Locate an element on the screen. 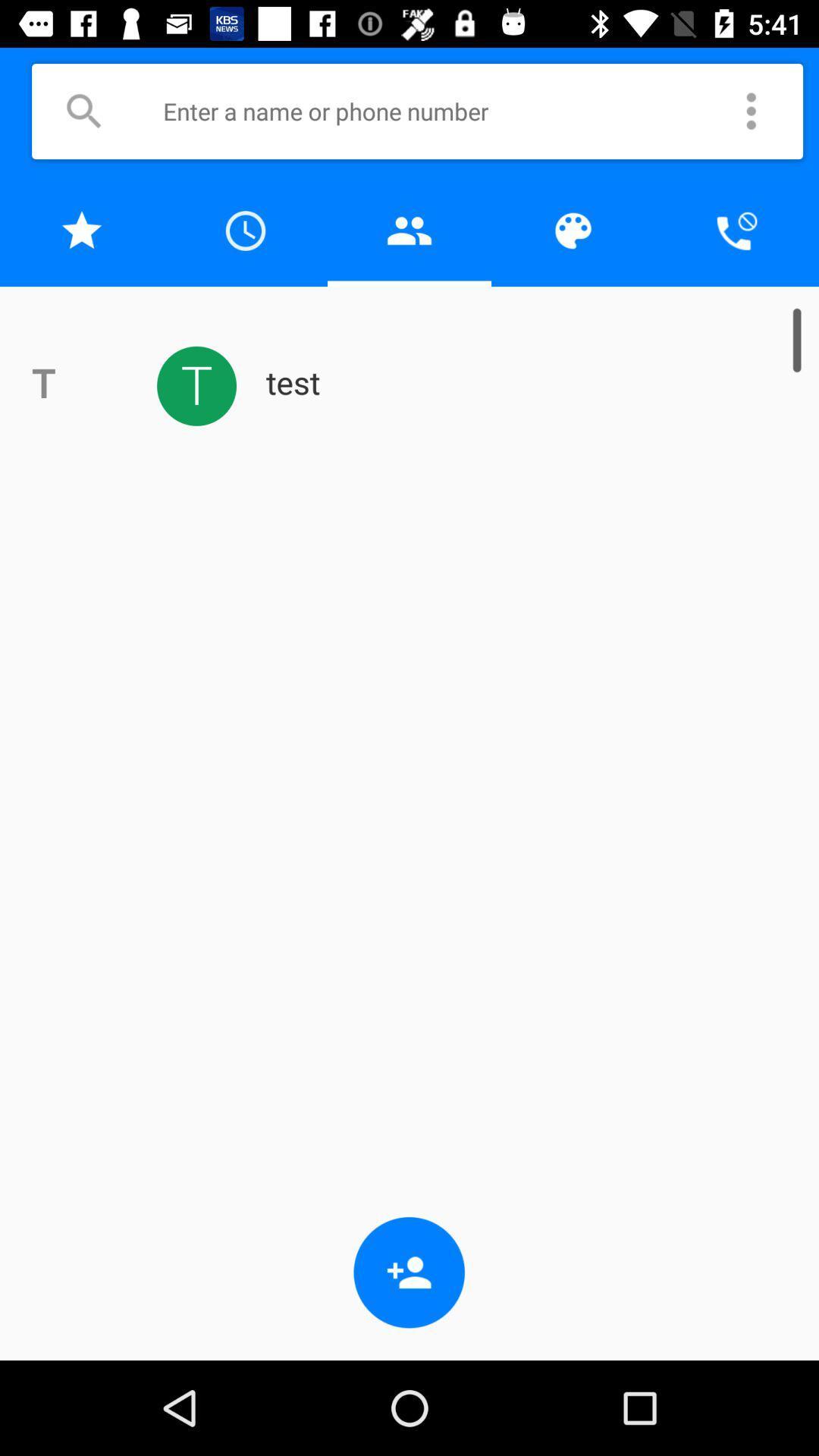 The width and height of the screenshot is (819, 1456). a button to search for contacts is located at coordinates (83, 111).